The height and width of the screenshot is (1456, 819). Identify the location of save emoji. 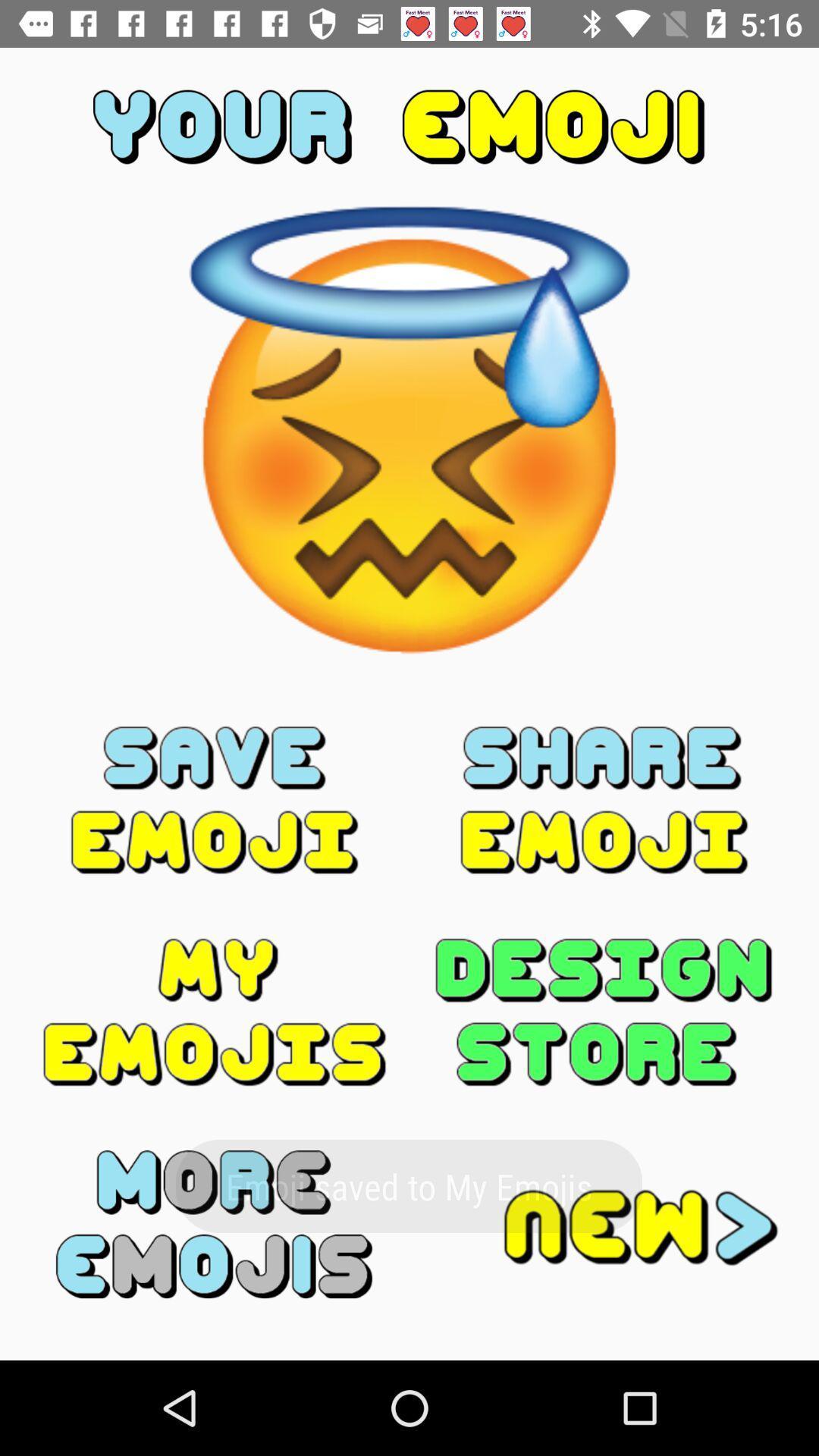
(215, 799).